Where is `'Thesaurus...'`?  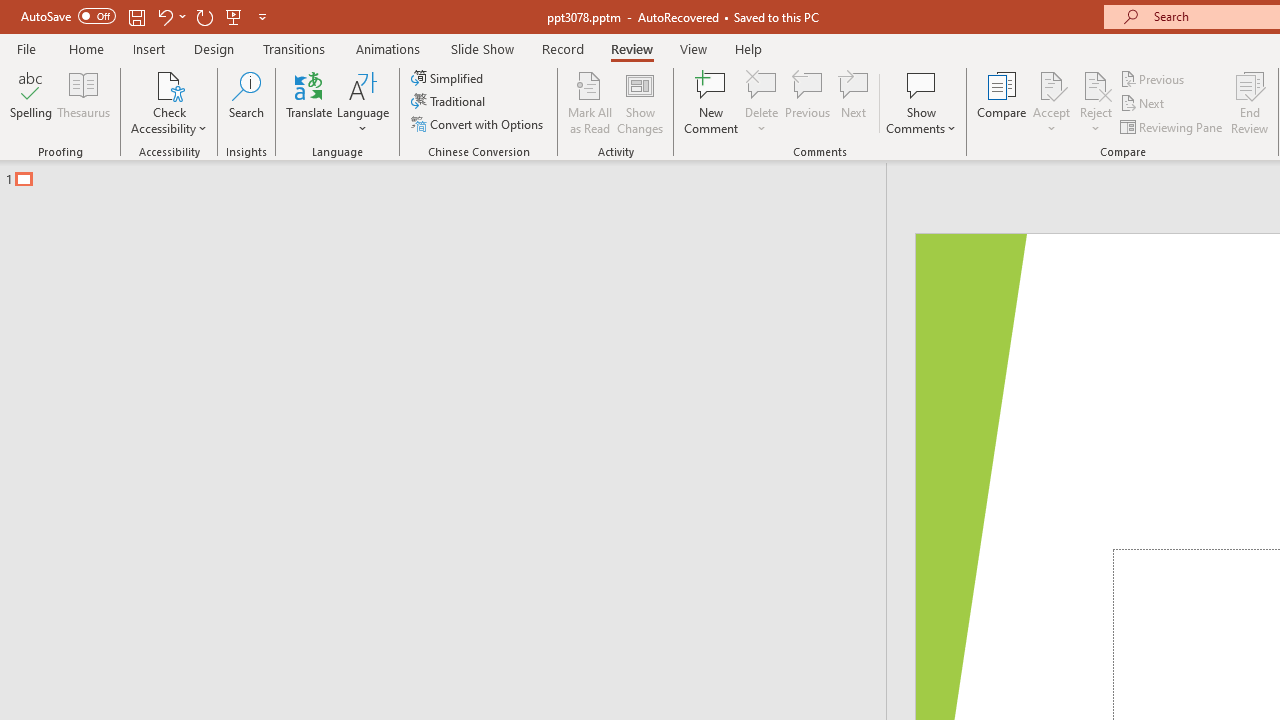
'Thesaurus...' is located at coordinates (82, 103).